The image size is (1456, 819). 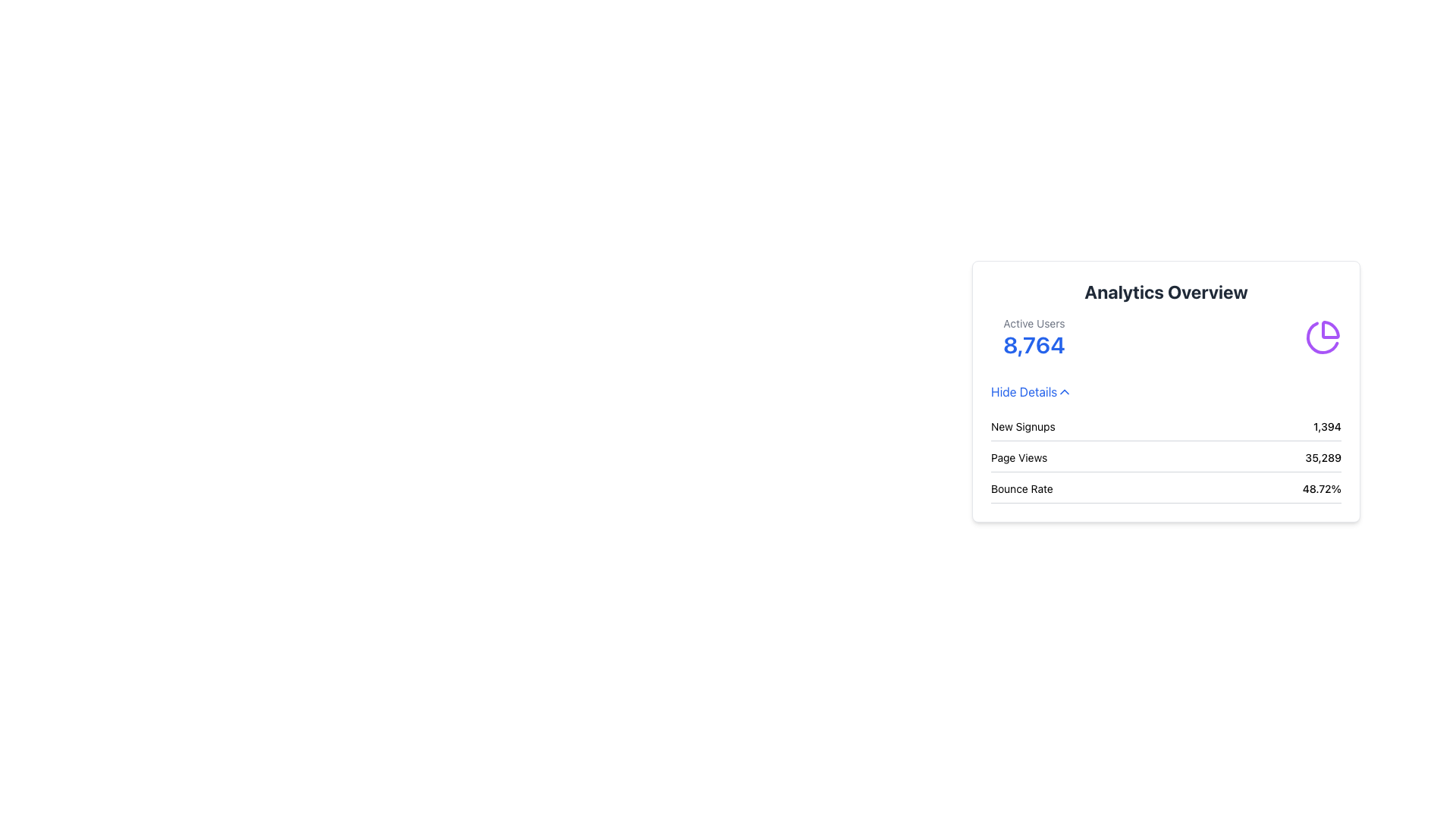 What do you see at coordinates (1165, 491) in the screenshot?
I see `'Bounce Rate' statistic value displayed as '48.72%' in the Analytics Overview section, positioned below 'Page Views'` at bounding box center [1165, 491].